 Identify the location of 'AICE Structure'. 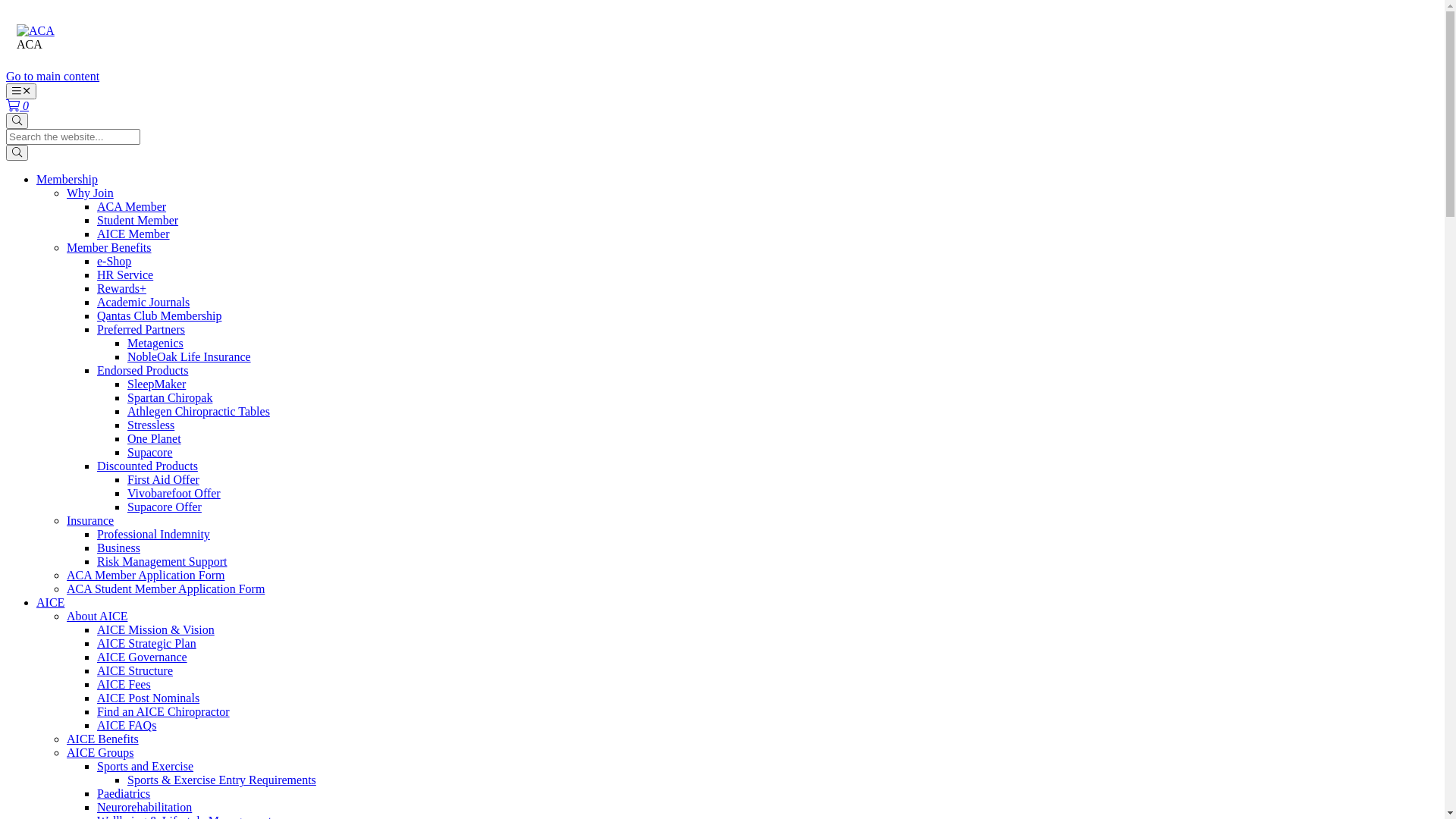
(96, 670).